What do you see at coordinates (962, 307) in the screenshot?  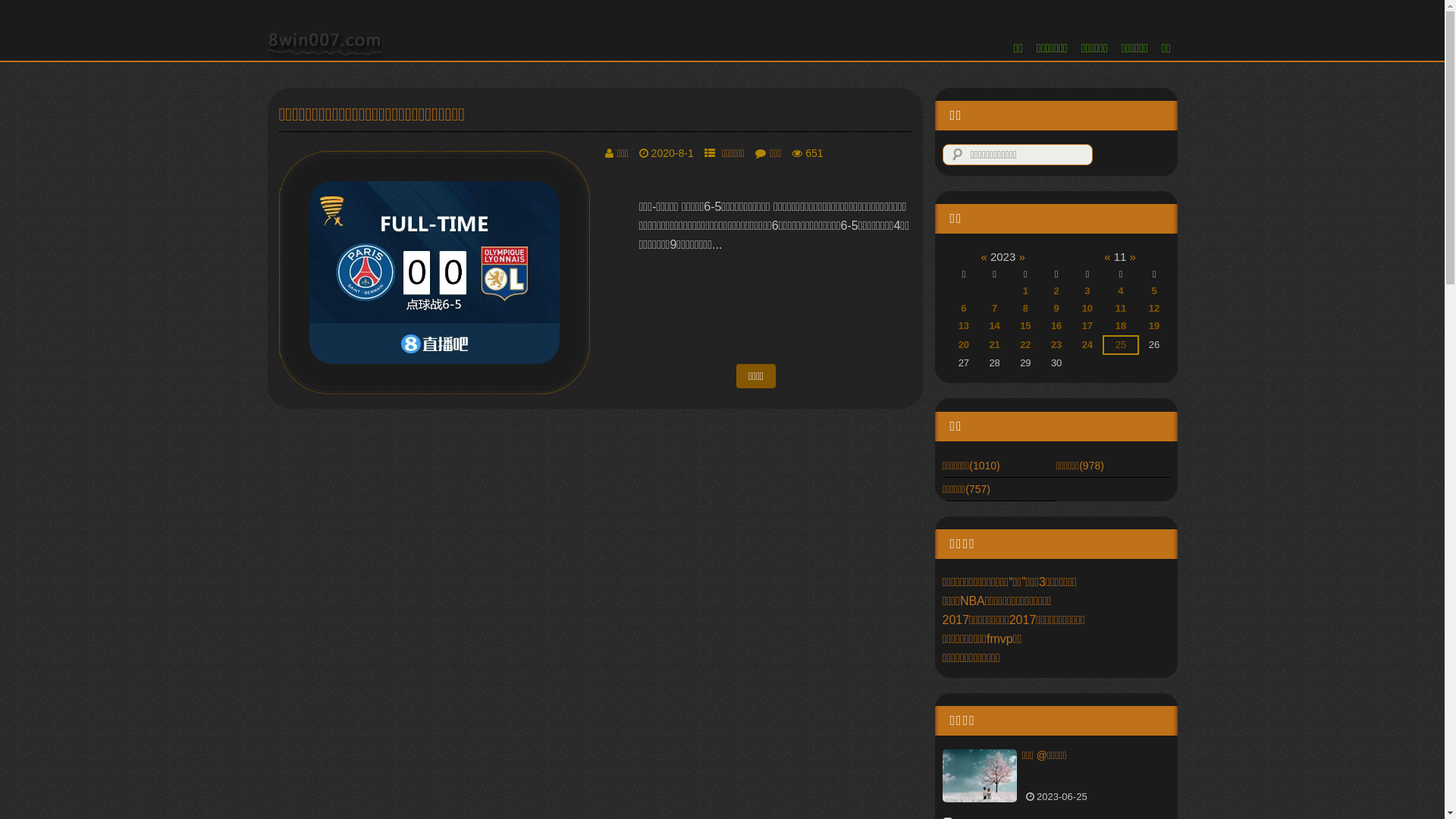 I see `'6'` at bounding box center [962, 307].